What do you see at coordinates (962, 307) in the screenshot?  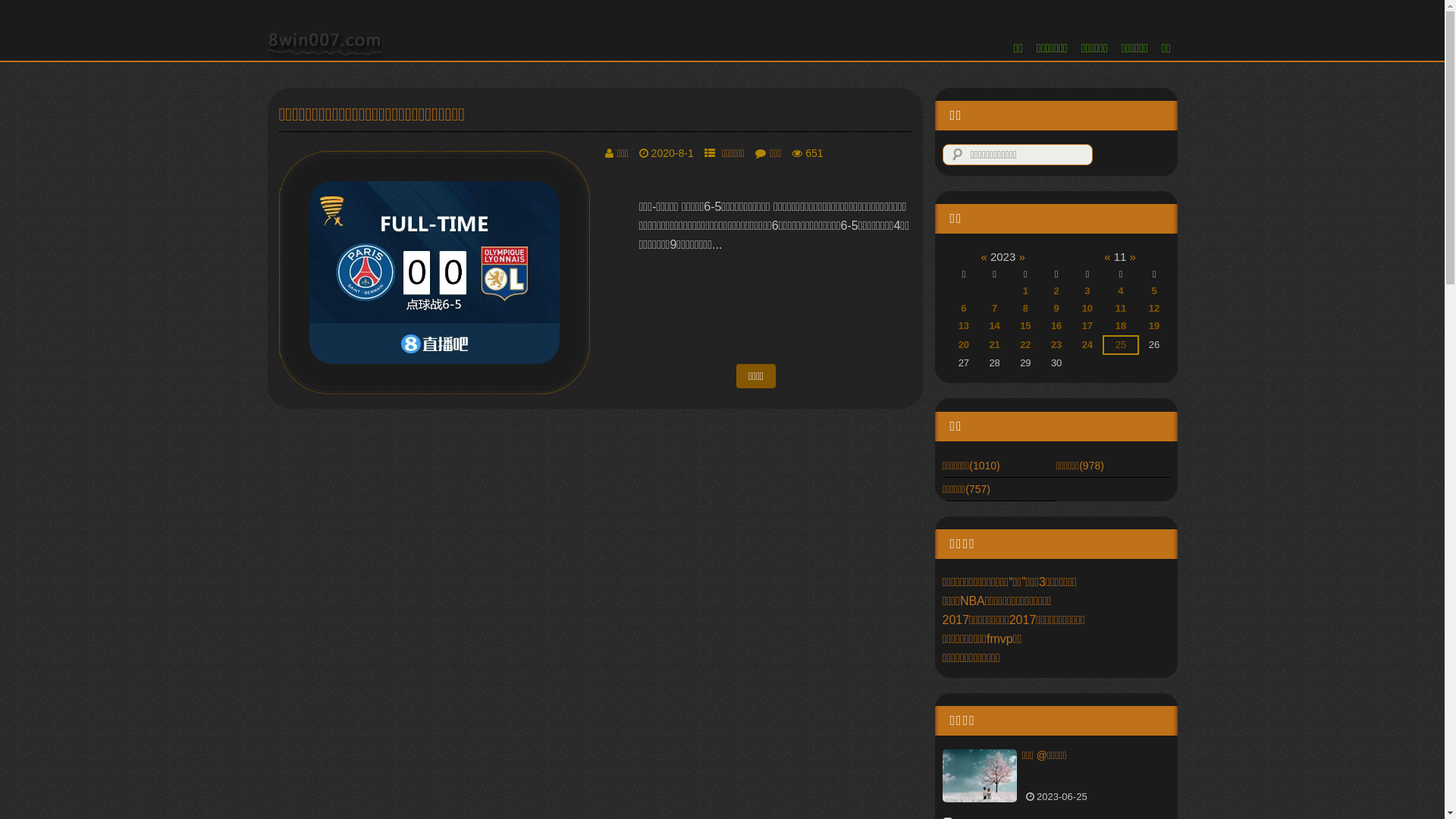 I see `'6'` at bounding box center [962, 307].